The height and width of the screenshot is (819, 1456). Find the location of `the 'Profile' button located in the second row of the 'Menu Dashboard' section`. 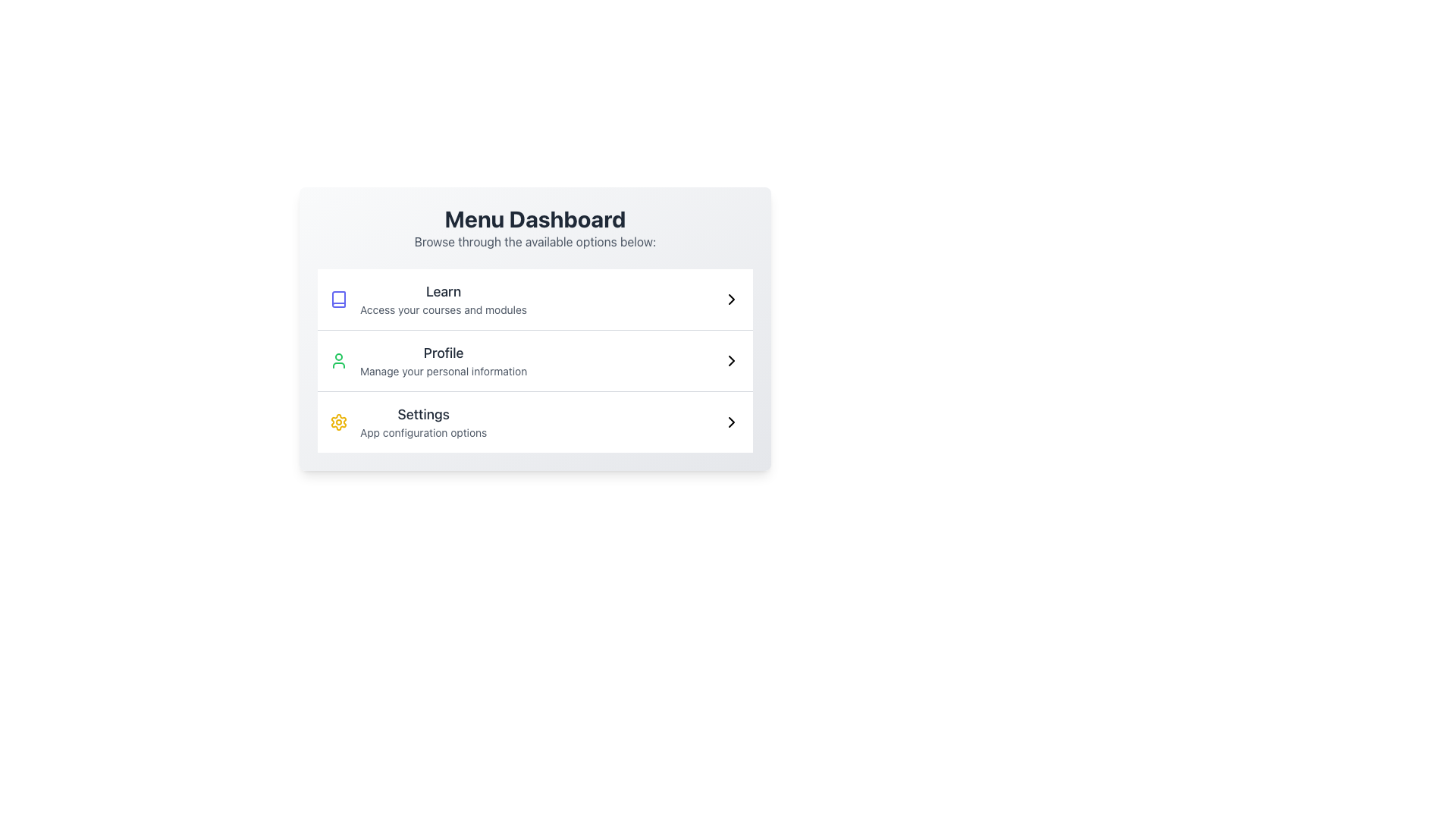

the 'Profile' button located in the second row of the 'Menu Dashboard' section is located at coordinates (535, 359).